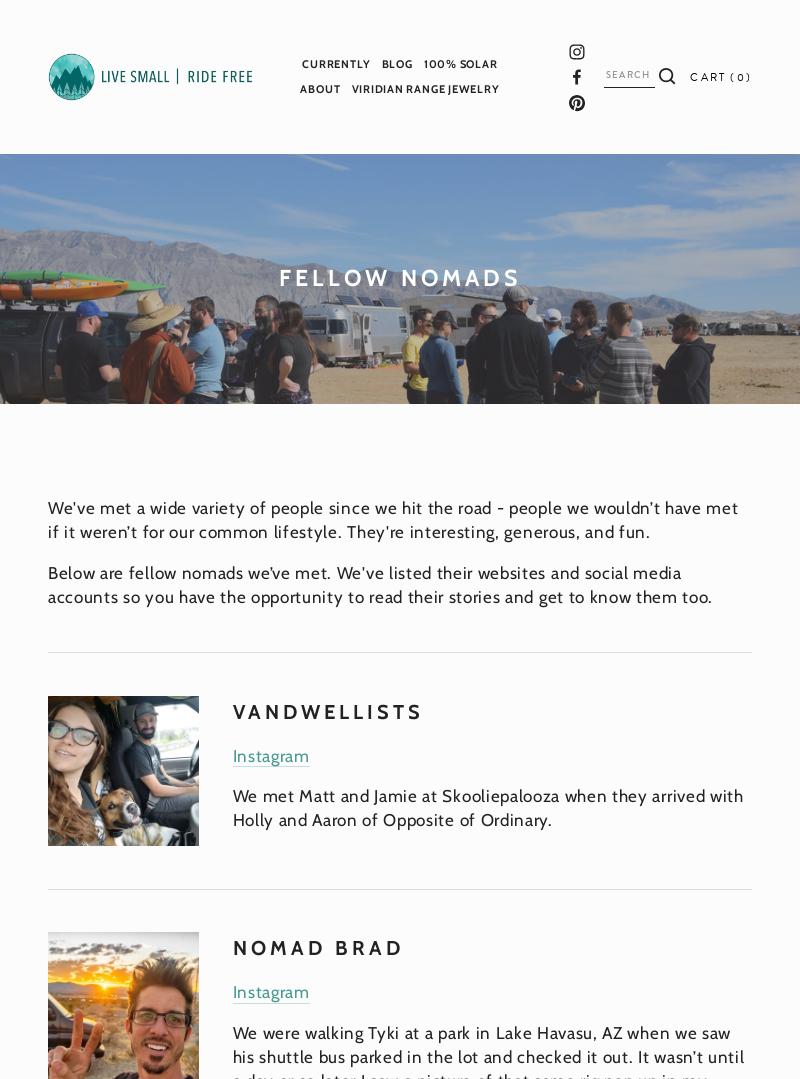 The width and height of the screenshot is (800, 1079). What do you see at coordinates (231, 709) in the screenshot?
I see `'Vandwellists'` at bounding box center [231, 709].